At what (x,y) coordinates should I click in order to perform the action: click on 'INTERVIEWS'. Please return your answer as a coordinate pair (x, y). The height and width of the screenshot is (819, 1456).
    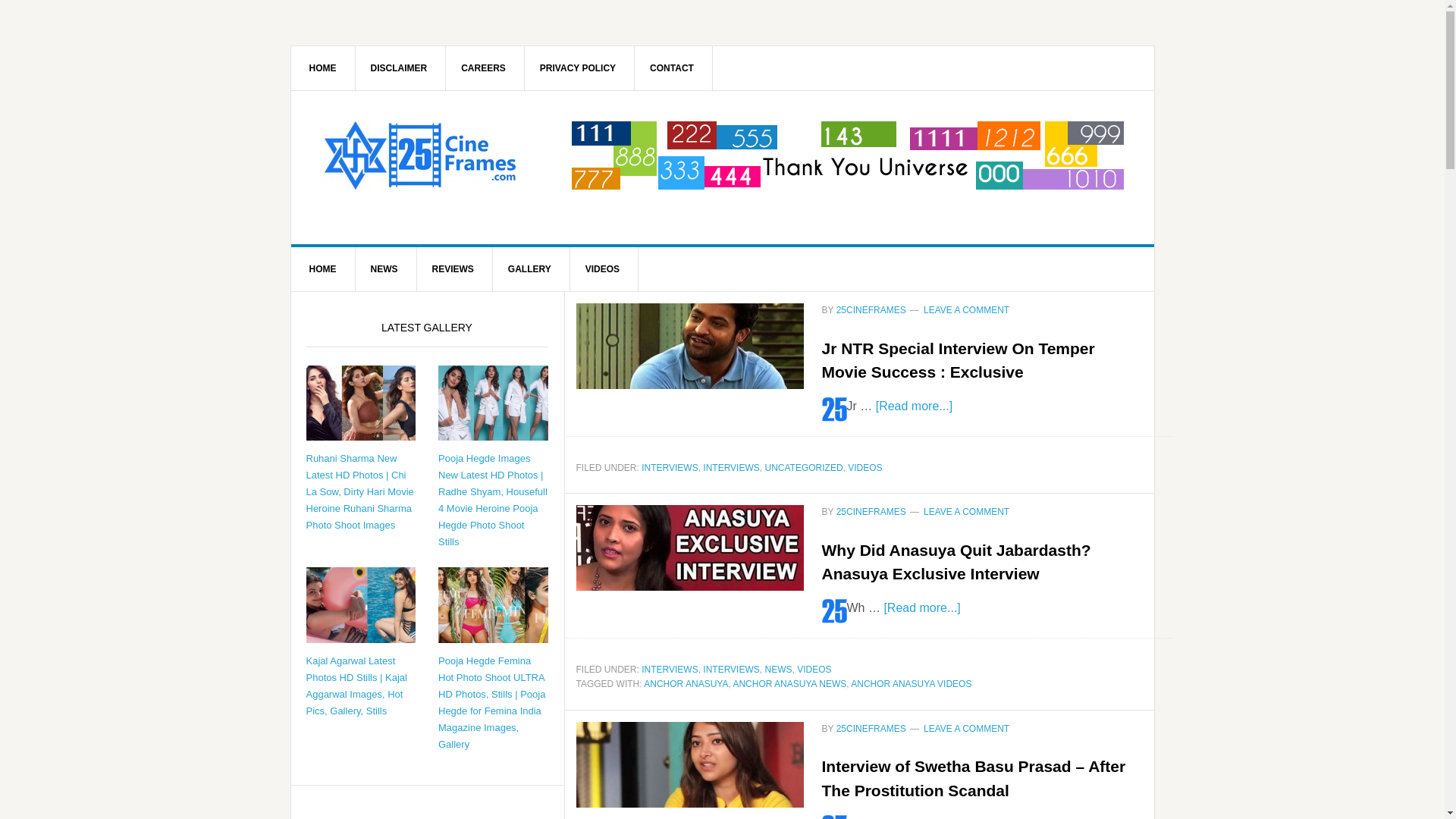
    Looking at the image, I should click on (731, 669).